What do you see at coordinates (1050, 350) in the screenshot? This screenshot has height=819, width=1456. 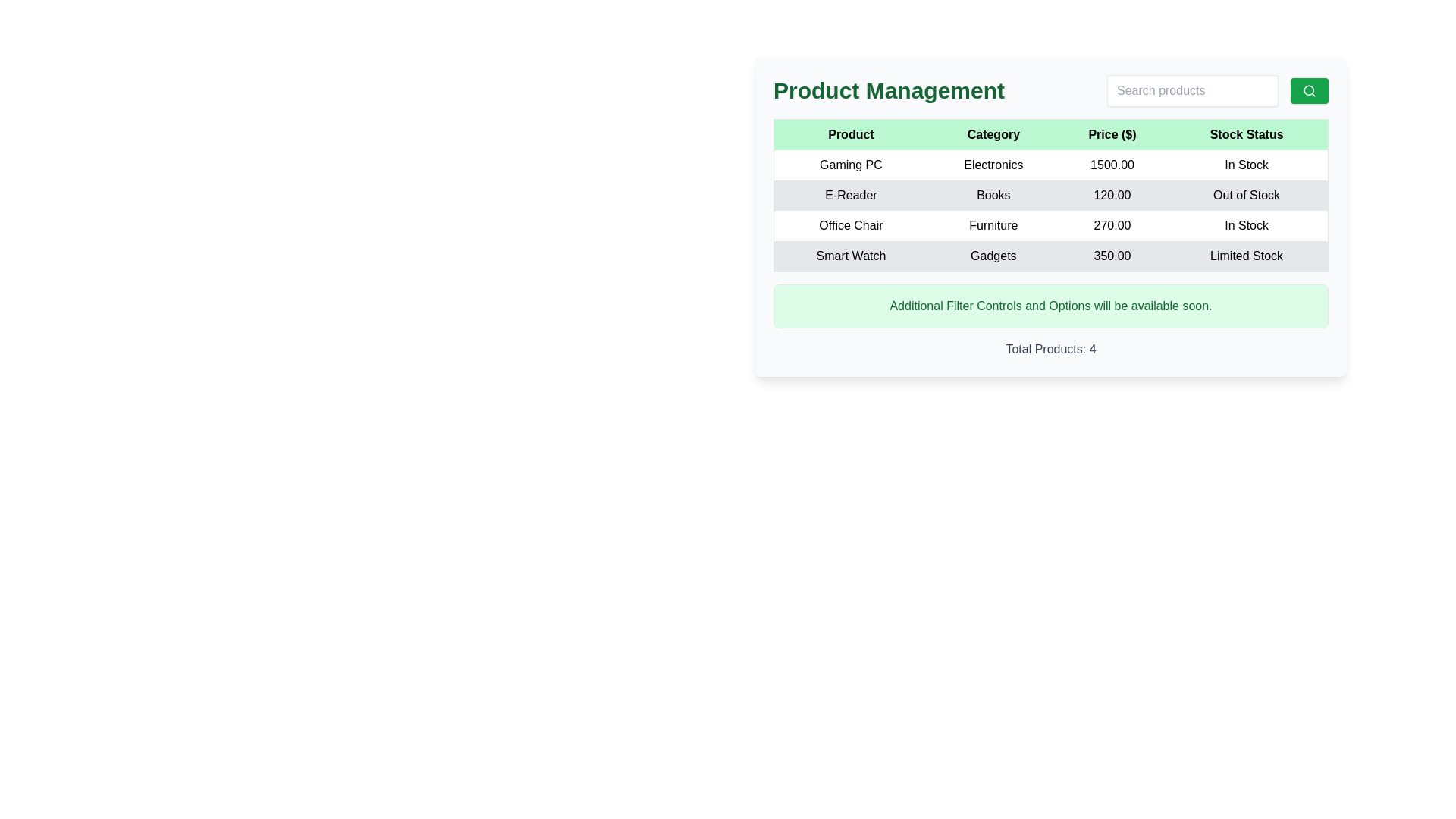 I see `the informational label displaying the total count of products listed in the table, located below the green-highlighted message saying 'Additional Filter Controls and Options will be available soon.'` at bounding box center [1050, 350].